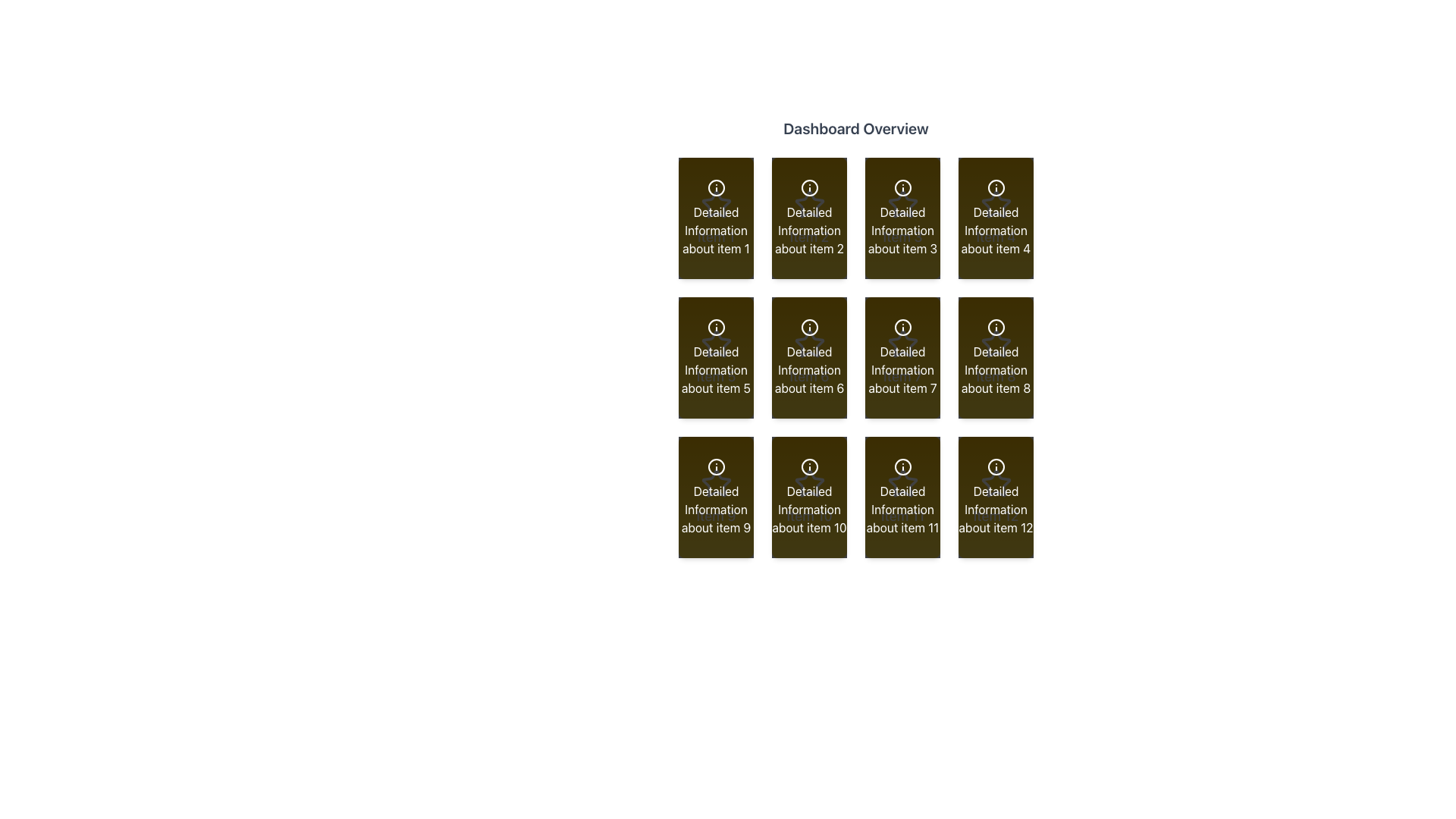  What do you see at coordinates (902, 357) in the screenshot?
I see `the Informational Card that features a gradient background from yellow to white, containing an informational icon and the label 'Detailed Information about item 7', located in the third column of the second row in a grid layout` at bounding box center [902, 357].